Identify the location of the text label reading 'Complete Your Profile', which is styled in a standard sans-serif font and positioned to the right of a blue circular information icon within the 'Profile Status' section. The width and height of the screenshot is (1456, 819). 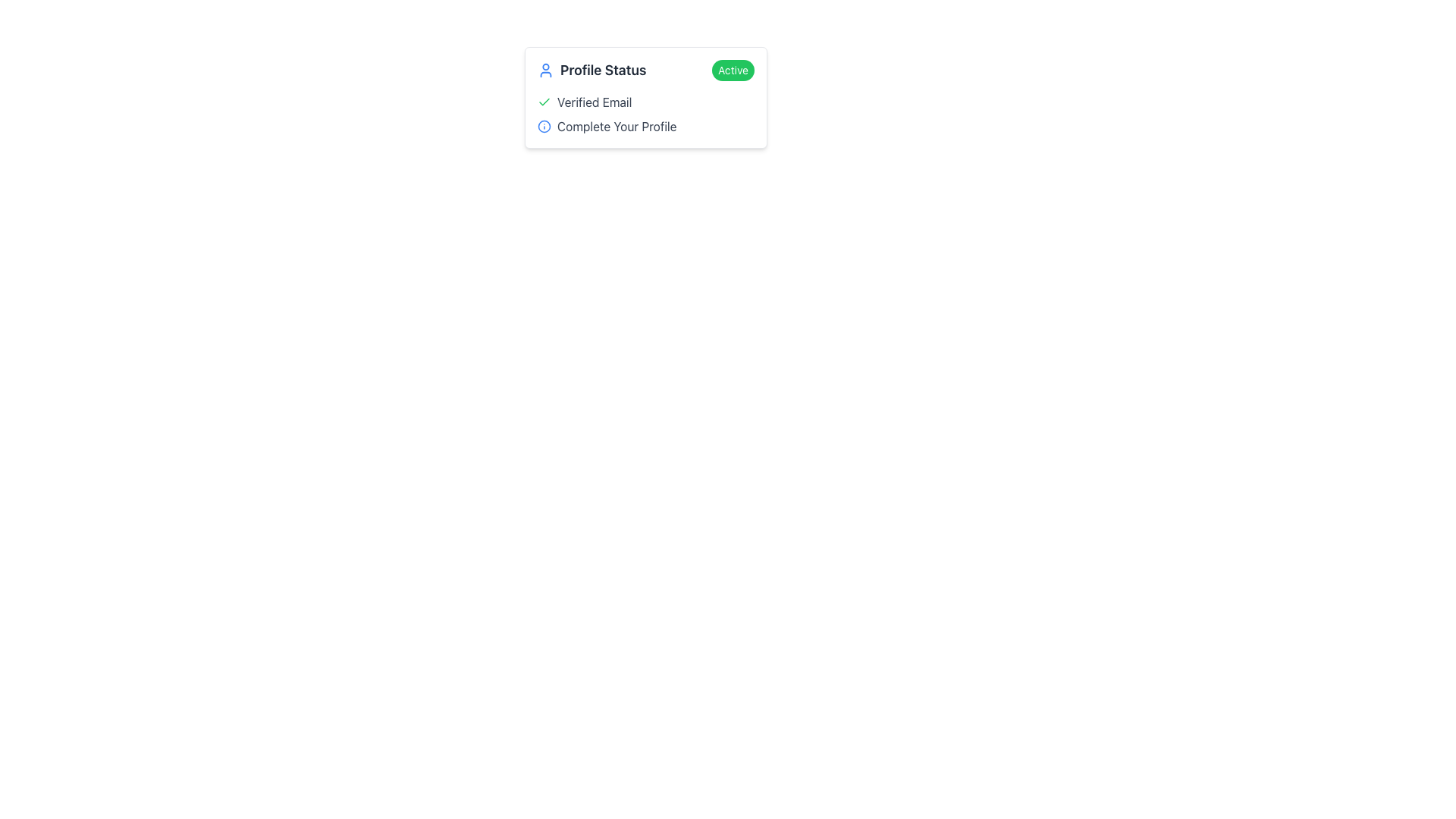
(617, 125).